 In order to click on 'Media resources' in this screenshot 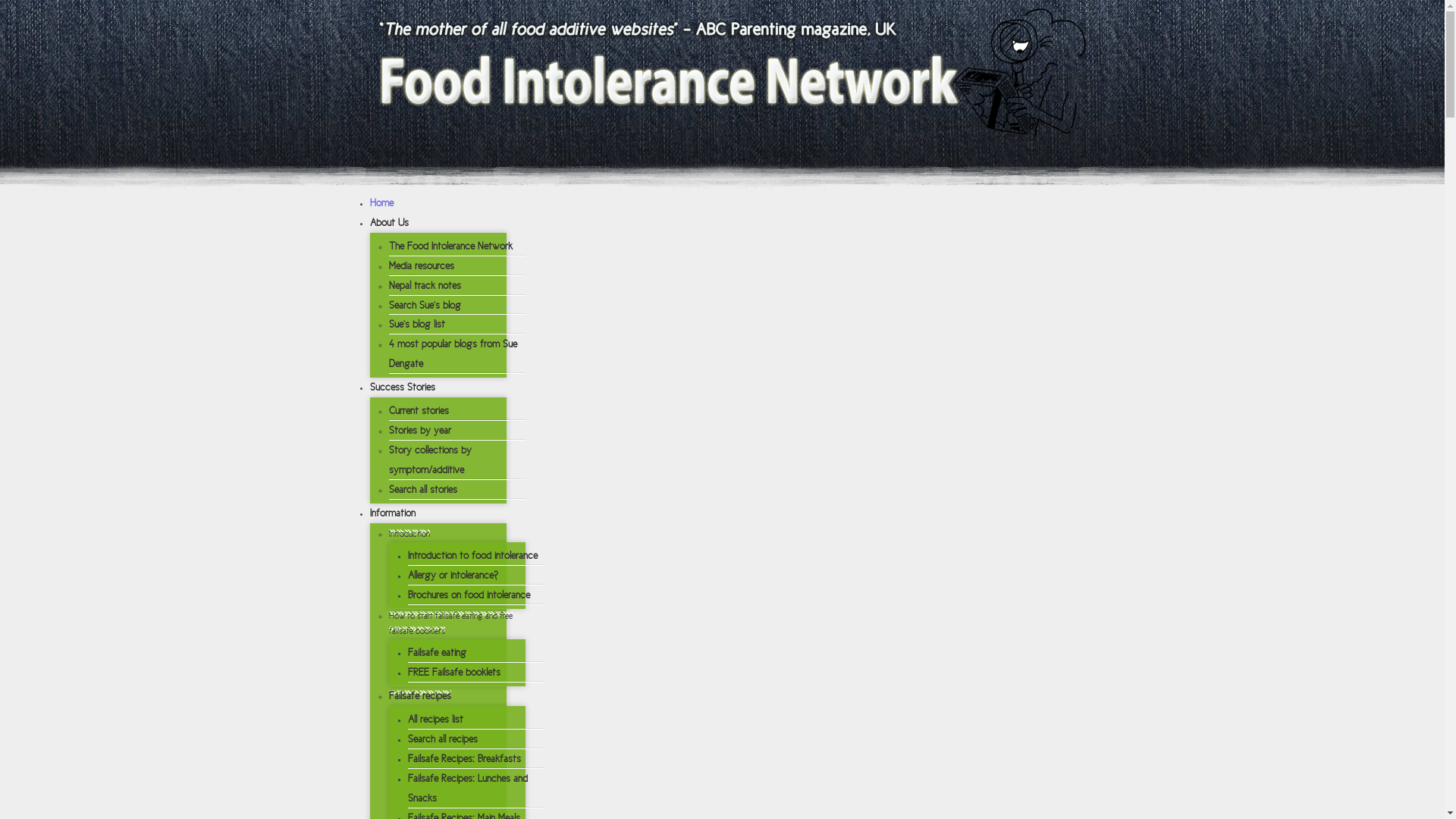, I will do `click(421, 265)`.